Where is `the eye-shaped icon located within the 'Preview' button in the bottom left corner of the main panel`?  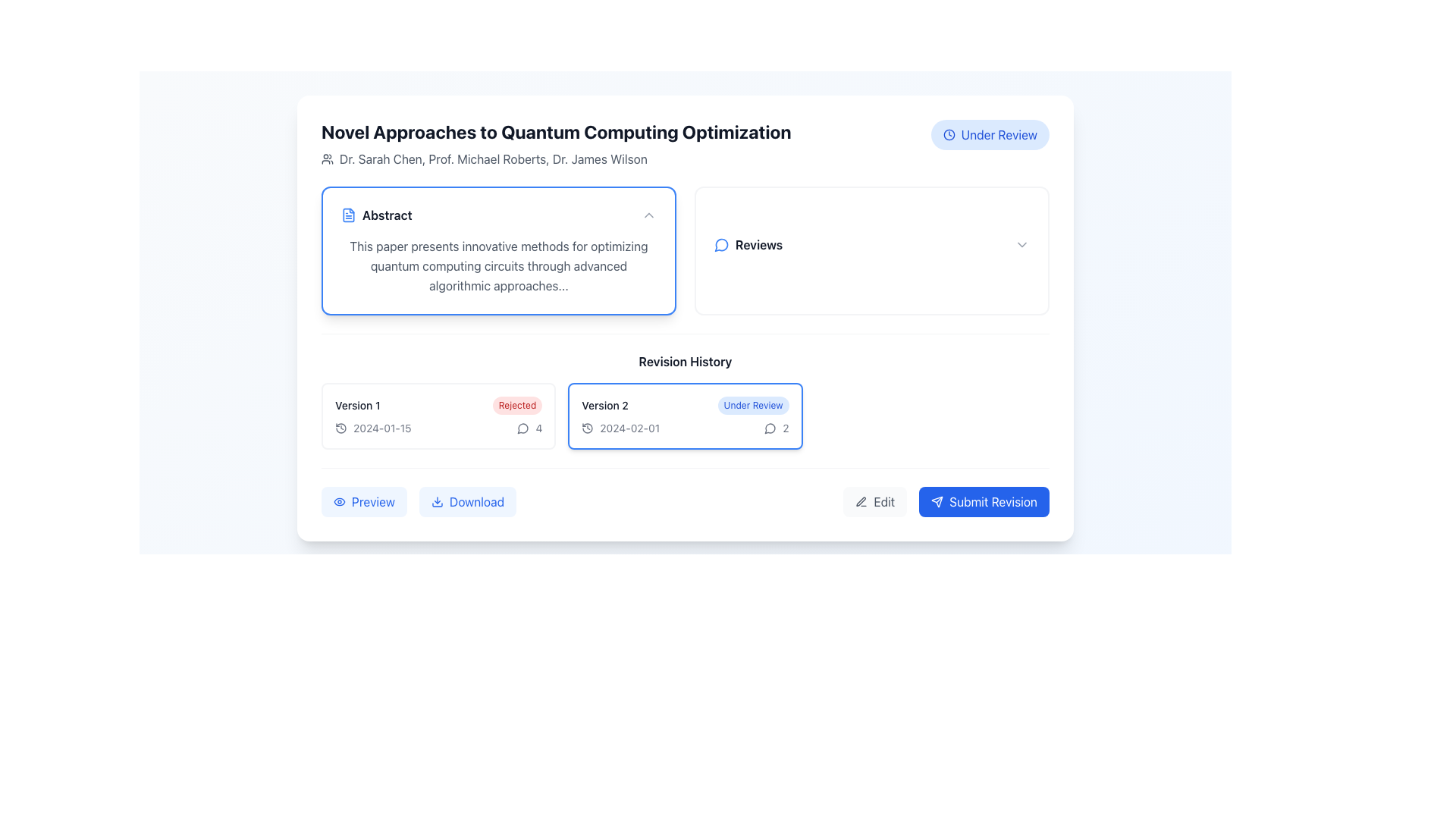 the eye-shaped icon located within the 'Preview' button in the bottom left corner of the main panel is located at coordinates (338, 502).